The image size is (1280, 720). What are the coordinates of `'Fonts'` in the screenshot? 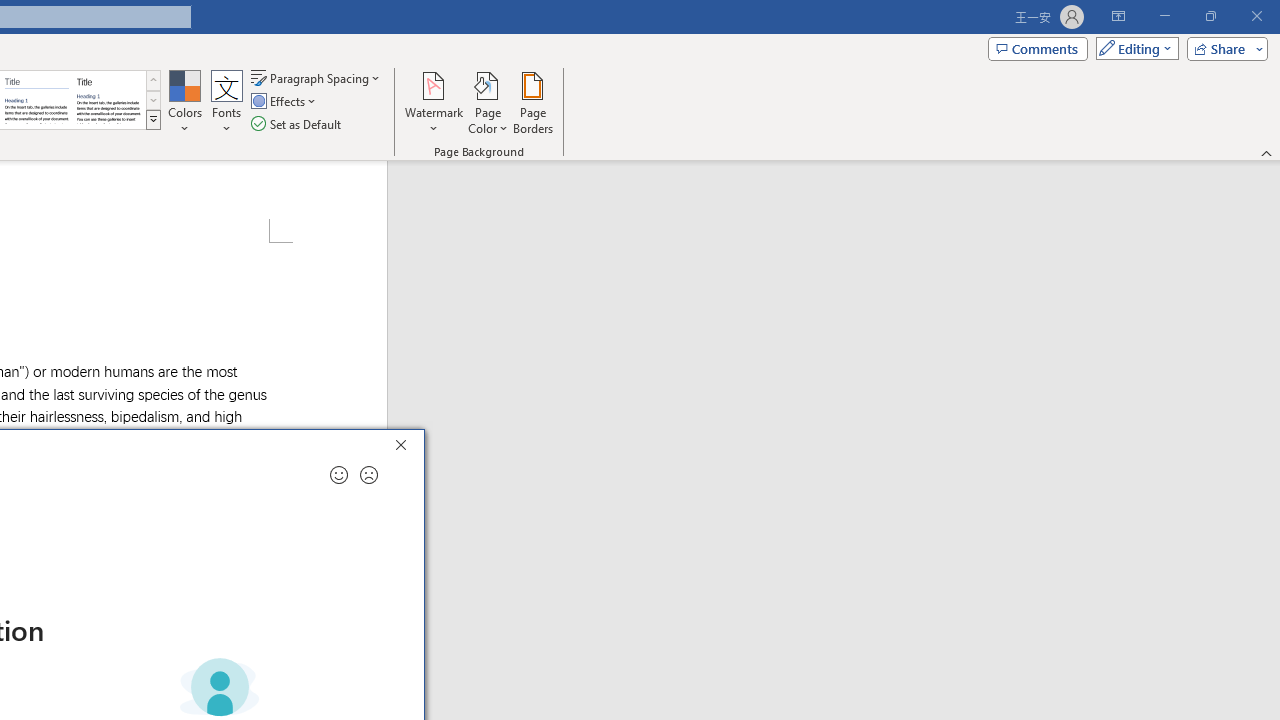 It's located at (227, 103).